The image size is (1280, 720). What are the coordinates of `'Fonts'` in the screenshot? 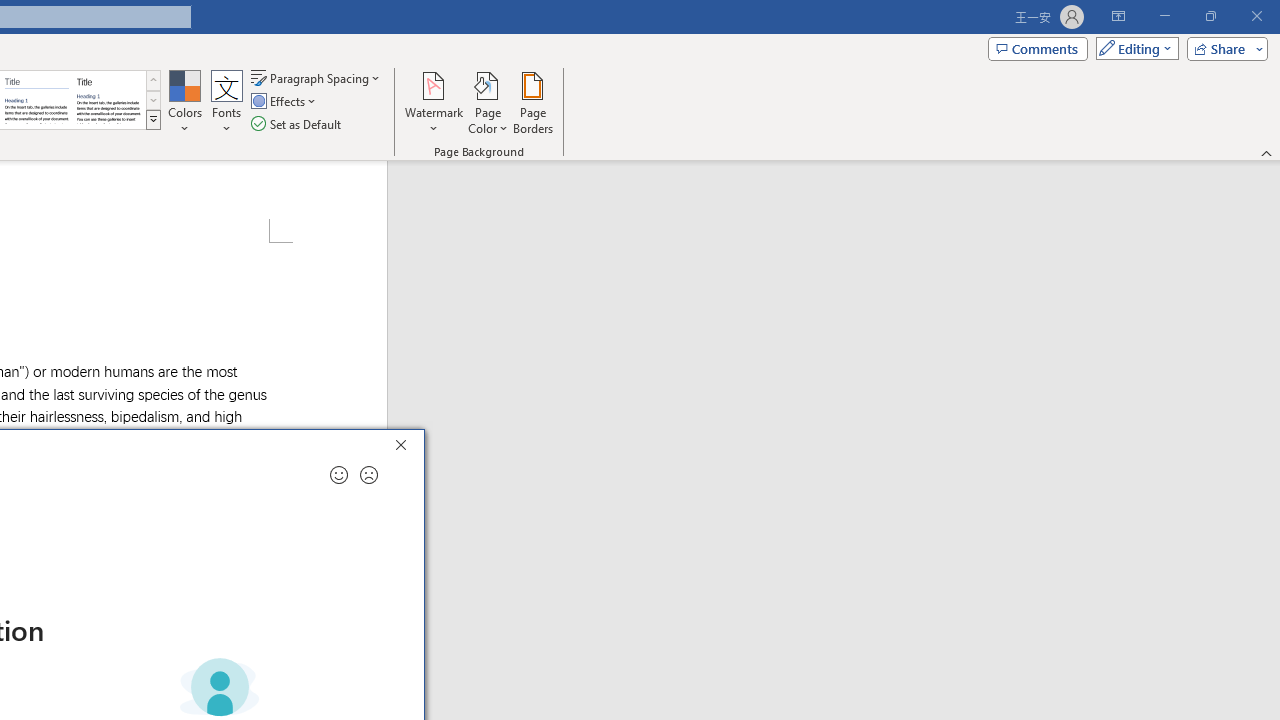 It's located at (227, 103).